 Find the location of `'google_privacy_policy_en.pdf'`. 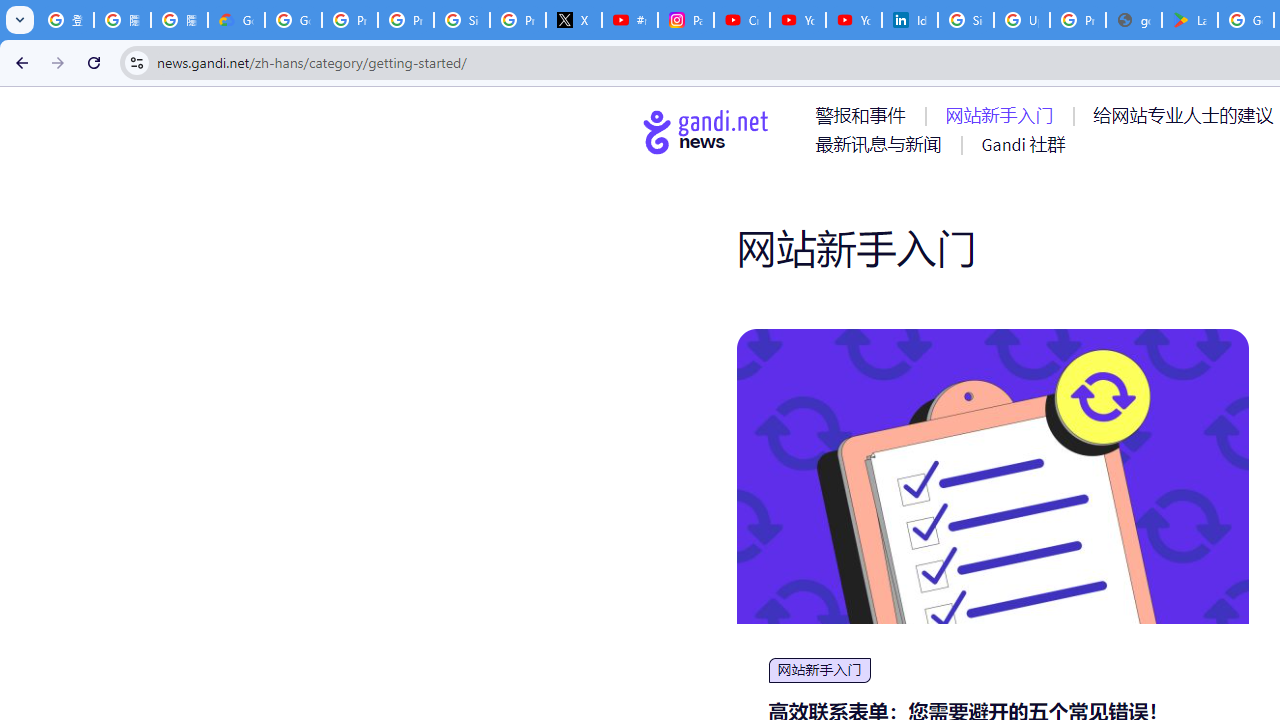

'google_privacy_policy_en.pdf' is located at coordinates (1134, 20).